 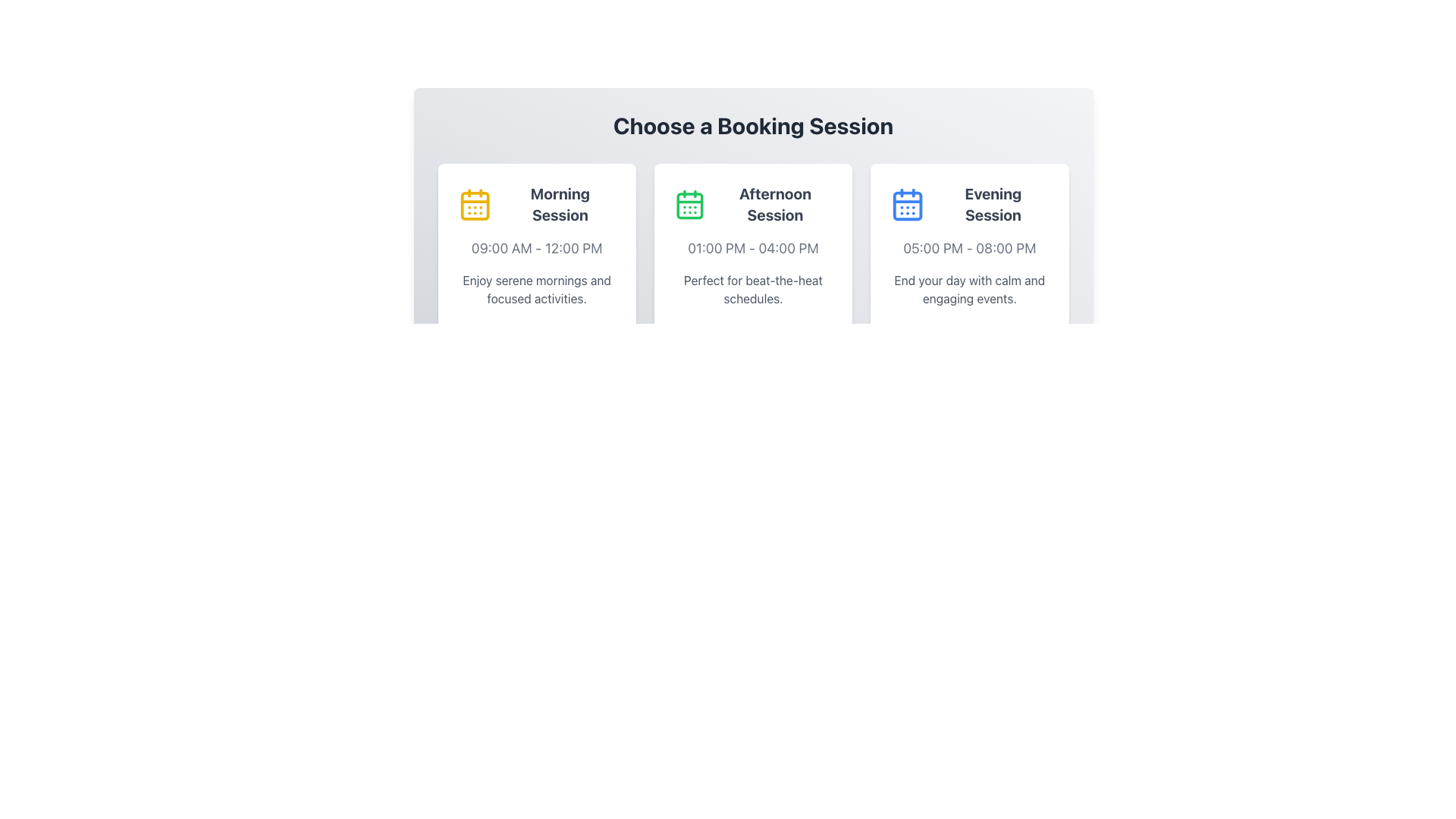 I want to click on text label 'Evening Session' which is located in the header section of the booking sessions layout, positioned to the right of the 'Afternoon Session', so click(x=968, y=205).